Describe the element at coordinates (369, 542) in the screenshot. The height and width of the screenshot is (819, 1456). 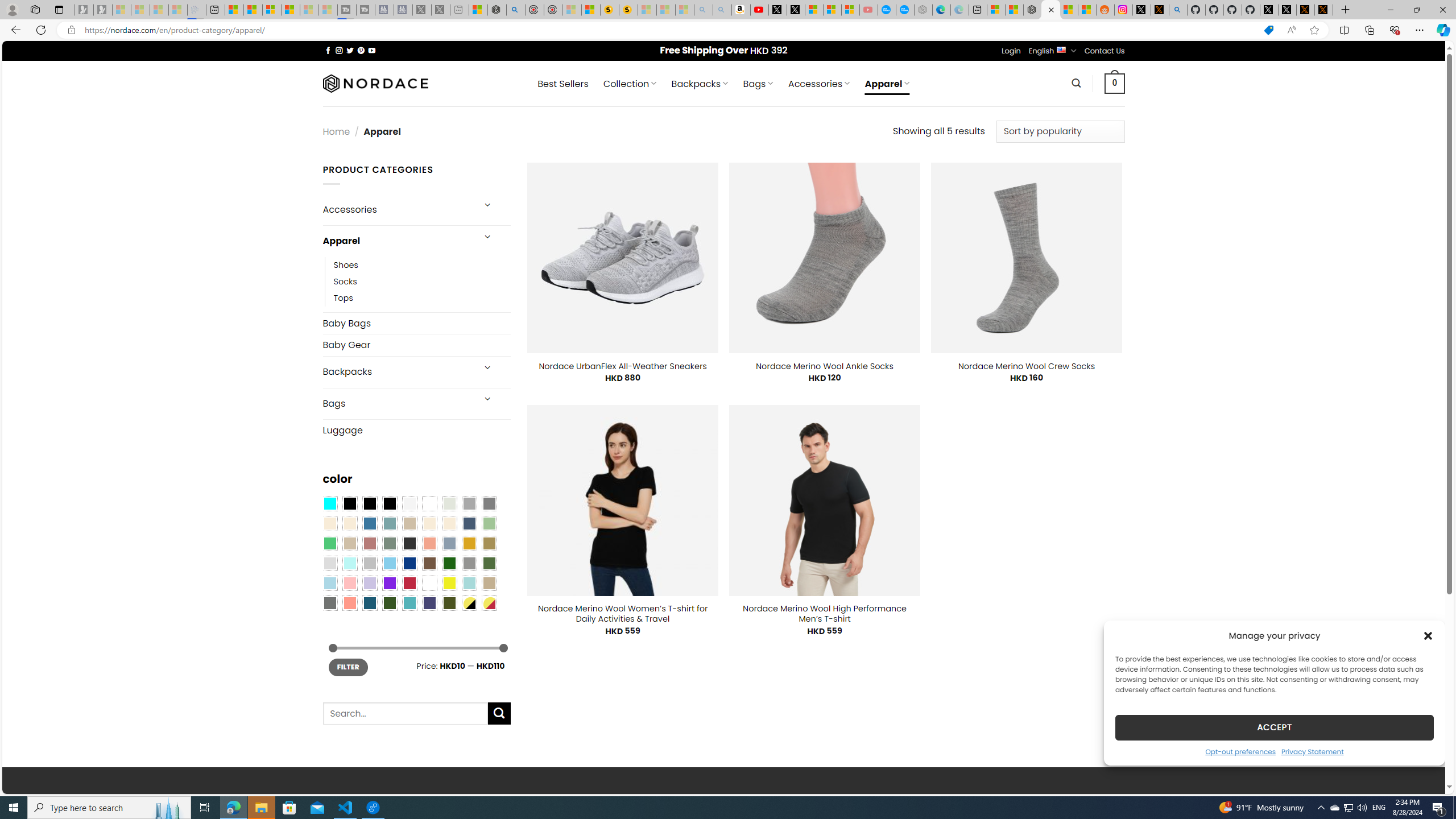
I see `'Rose'` at that location.